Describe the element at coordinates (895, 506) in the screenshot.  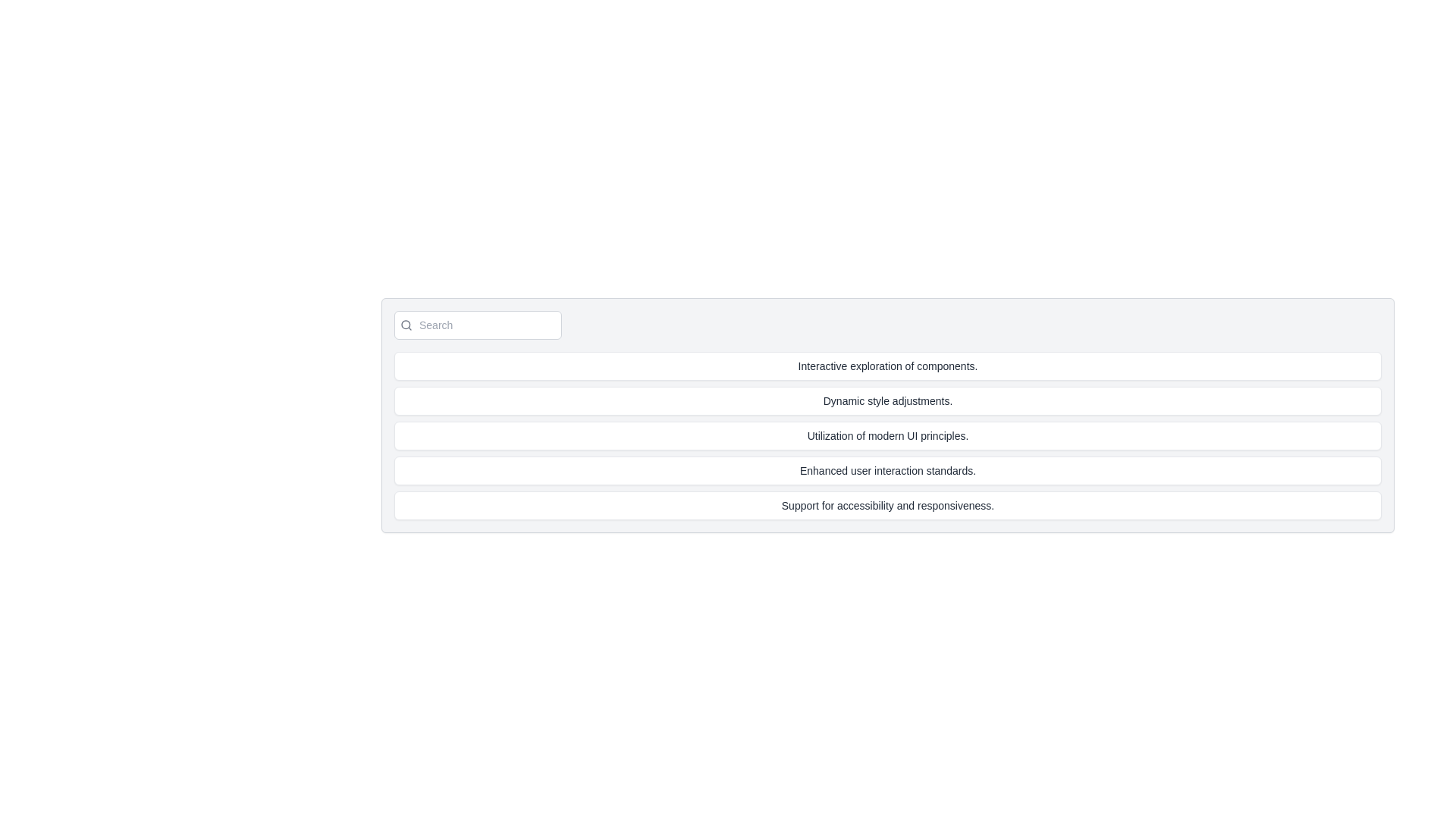
I see `the character or symbol embedded in the text, which is located at the end of the word 'accessibility' in the phrase 'Support for accessibility and responsiveness.'` at that location.